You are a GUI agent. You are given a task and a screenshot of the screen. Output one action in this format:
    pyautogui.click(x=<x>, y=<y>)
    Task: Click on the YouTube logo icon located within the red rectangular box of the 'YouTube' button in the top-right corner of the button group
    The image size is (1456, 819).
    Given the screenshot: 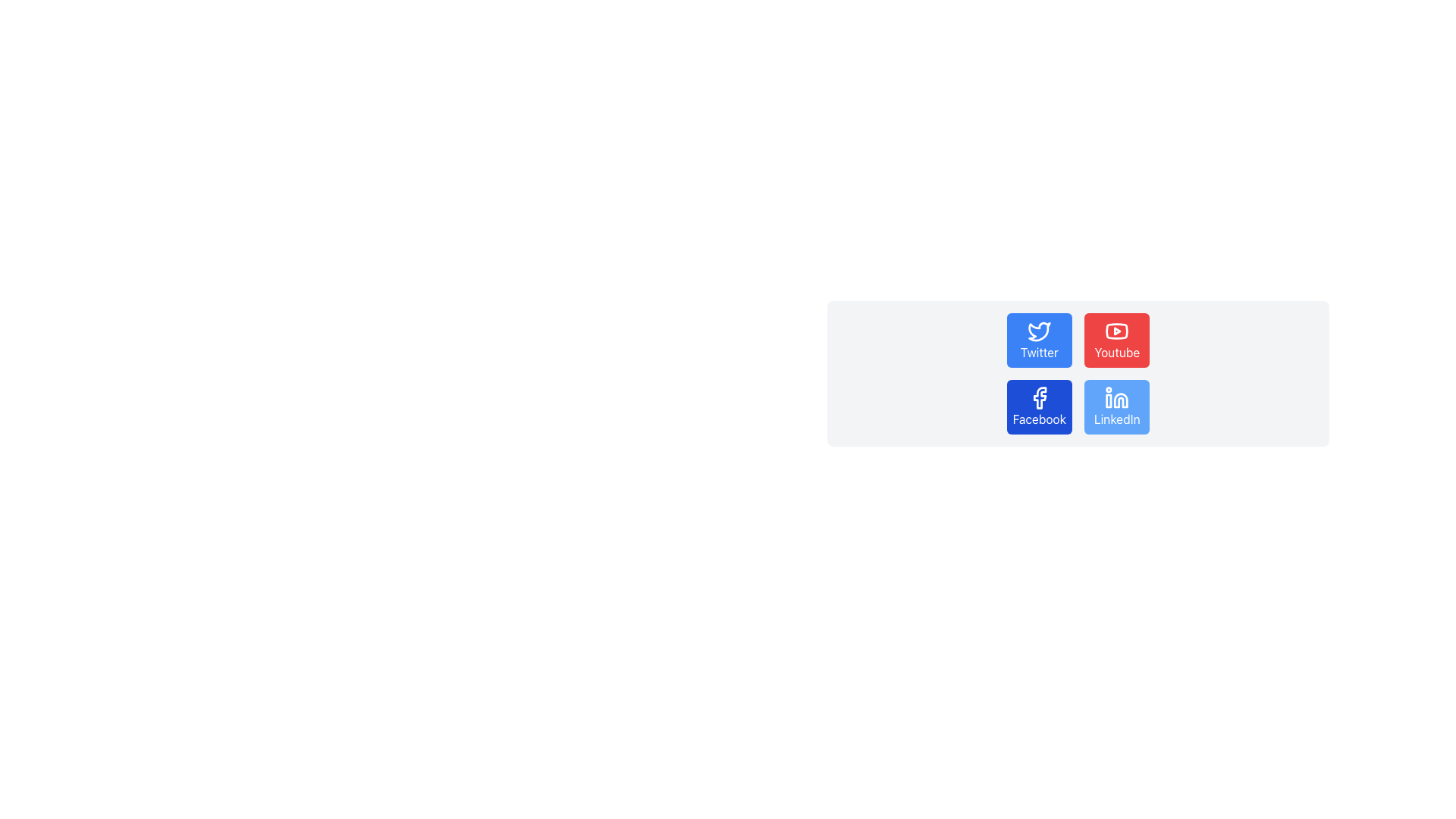 What is the action you would take?
    pyautogui.click(x=1117, y=330)
    